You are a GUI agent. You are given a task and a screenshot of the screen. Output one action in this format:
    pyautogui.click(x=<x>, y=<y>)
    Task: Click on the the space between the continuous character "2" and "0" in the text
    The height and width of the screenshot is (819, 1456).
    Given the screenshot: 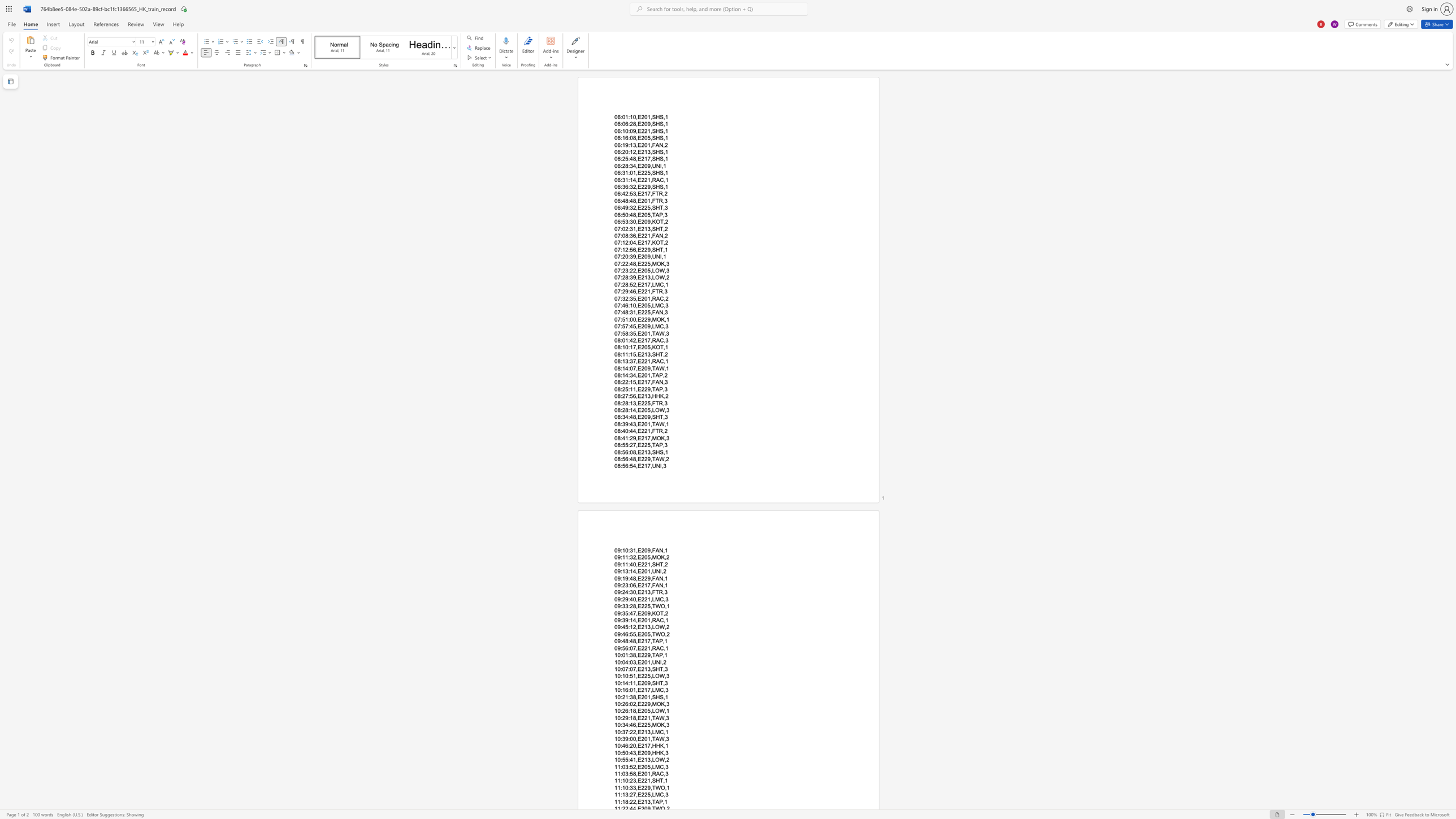 What is the action you would take?
    pyautogui.click(x=643, y=298)
    